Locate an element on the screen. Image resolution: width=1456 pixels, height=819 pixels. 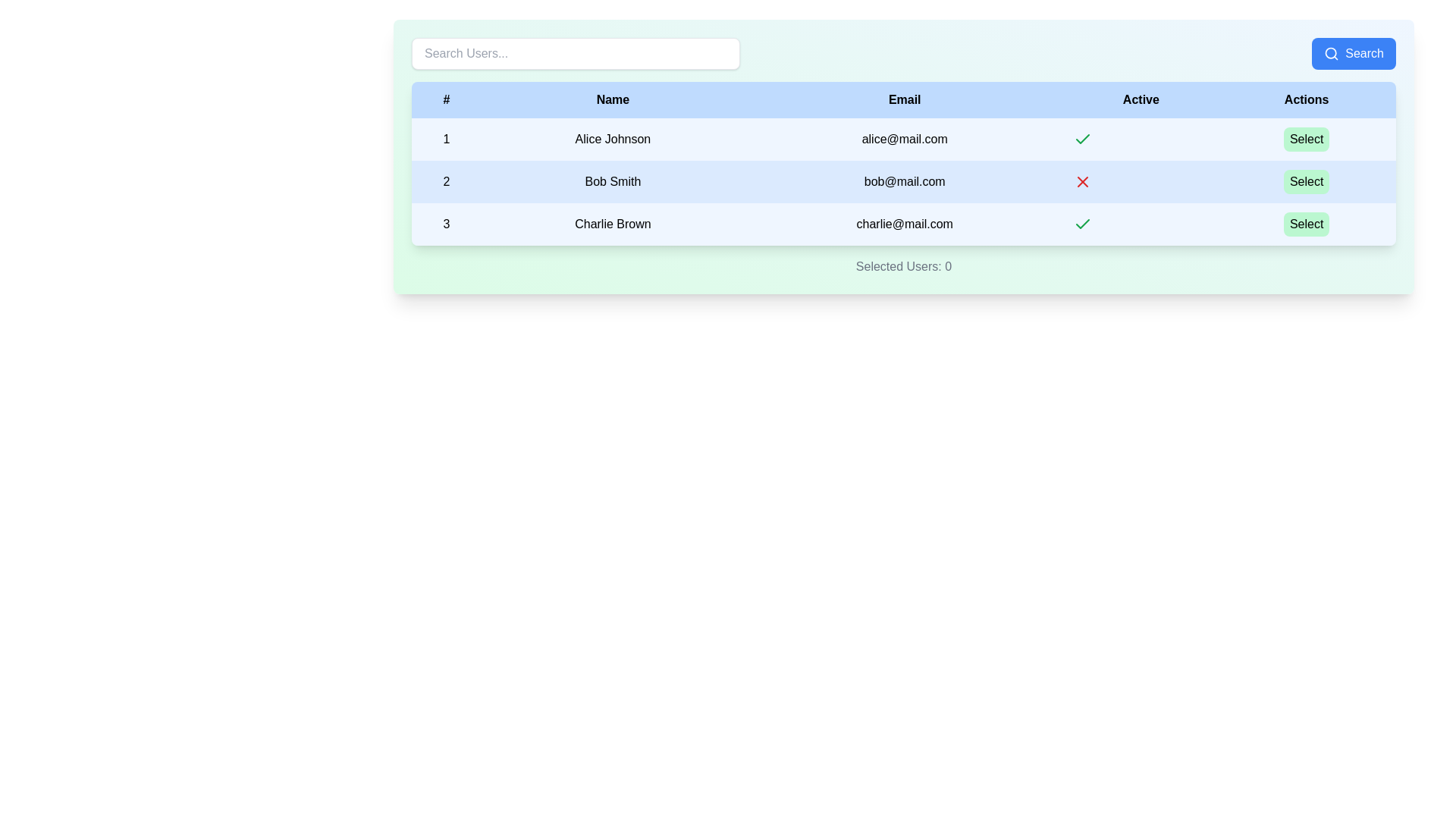
the 'Active' header cell in the table, which is the fourth cell in the header row located between the 'Email' and 'Actions' cells is located at coordinates (1141, 99).